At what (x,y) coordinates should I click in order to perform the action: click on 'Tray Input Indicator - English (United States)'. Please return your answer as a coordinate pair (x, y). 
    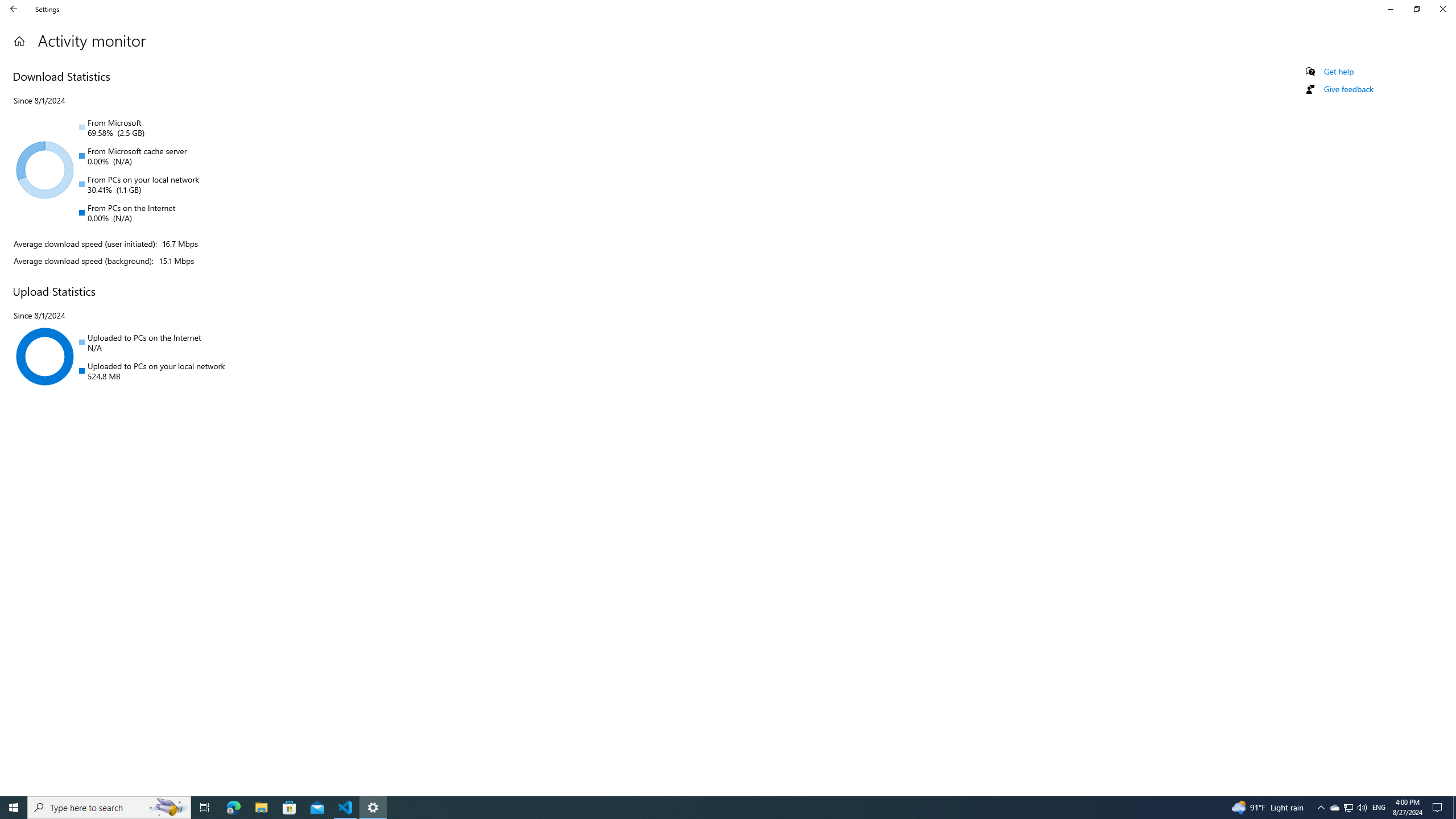
    Looking at the image, I should click on (1379, 806).